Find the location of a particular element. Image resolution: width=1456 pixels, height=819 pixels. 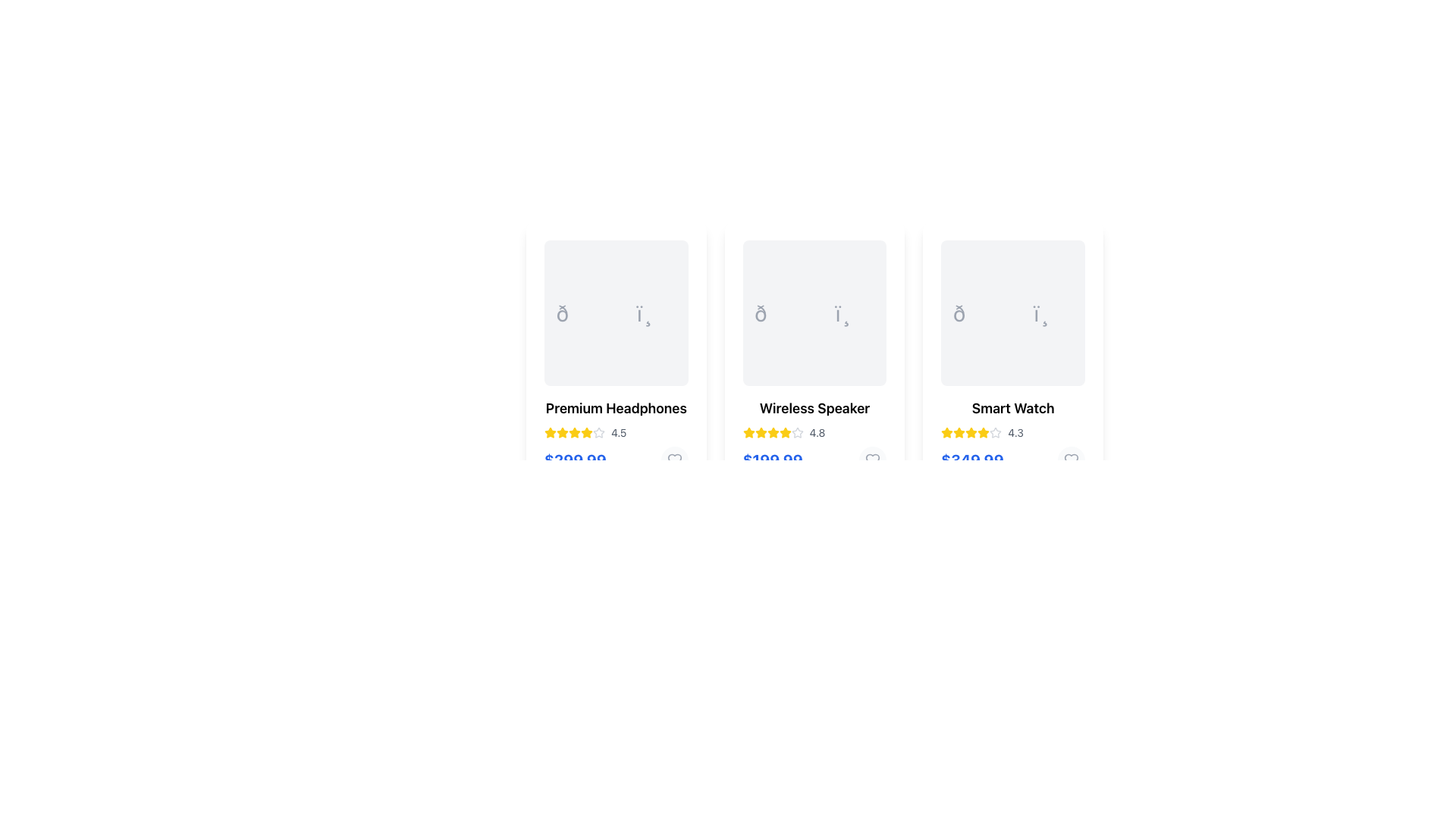

the small circular button with a heart icon, styled as an outlined heart, located at the bottom-right corner of the product card for the Smart Watch is located at coordinates (1070, 459).